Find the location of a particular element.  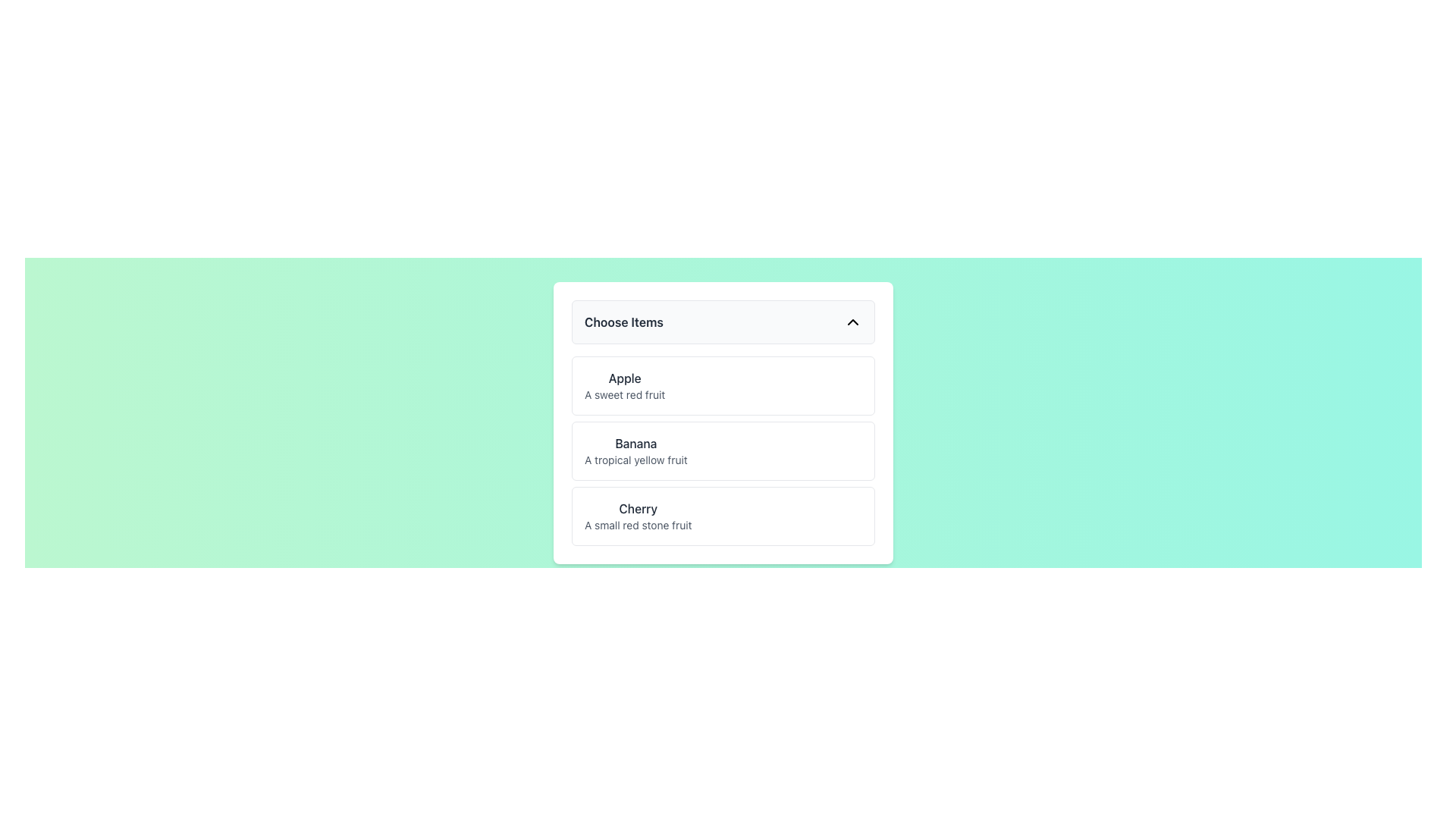

the text label for the item identified as 'Cherry' in the selection list, which serves as a title or label positioned below the 'Banana' item is located at coordinates (638, 509).